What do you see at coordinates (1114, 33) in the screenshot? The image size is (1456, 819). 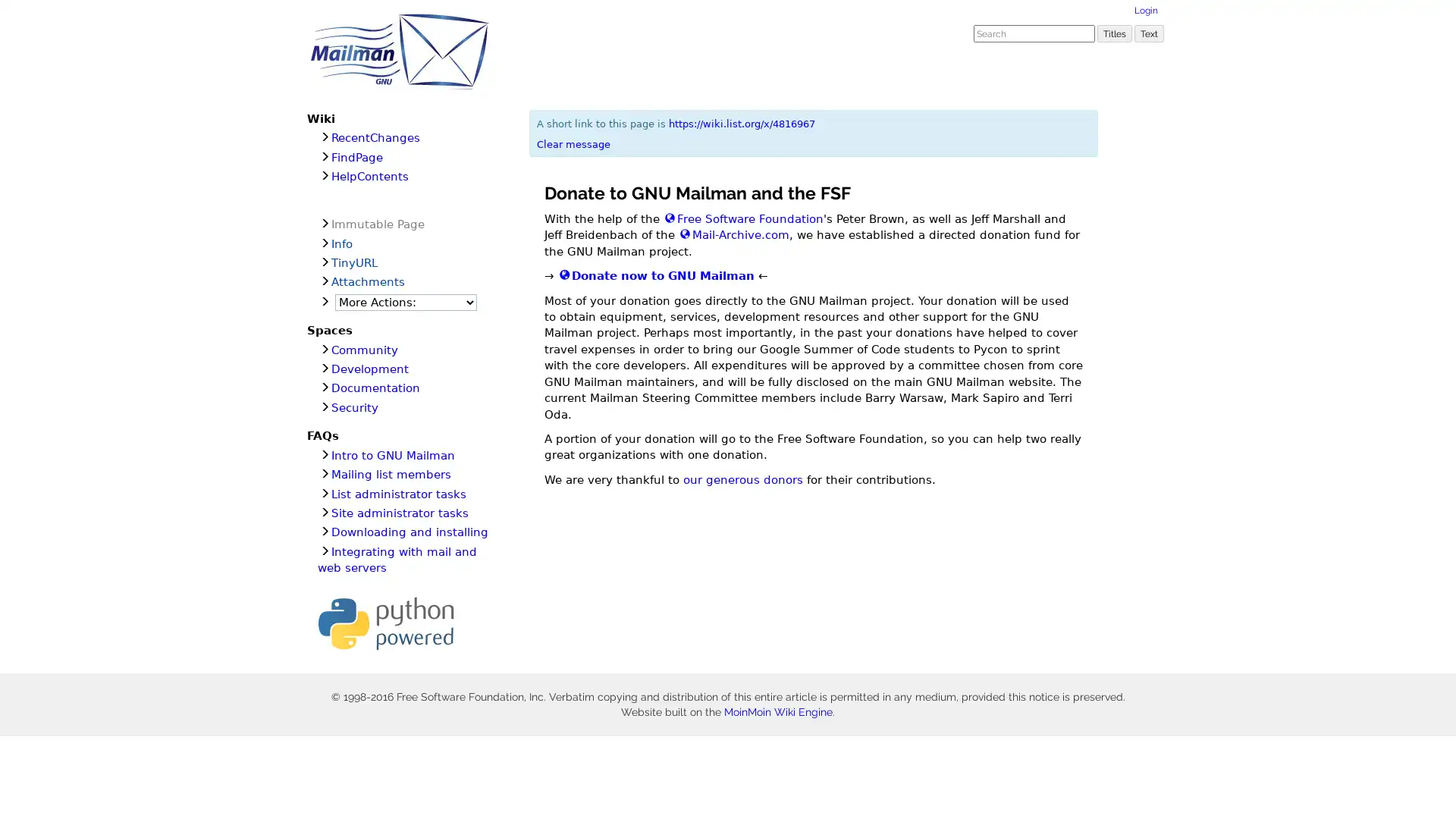 I see `Titles` at bounding box center [1114, 33].